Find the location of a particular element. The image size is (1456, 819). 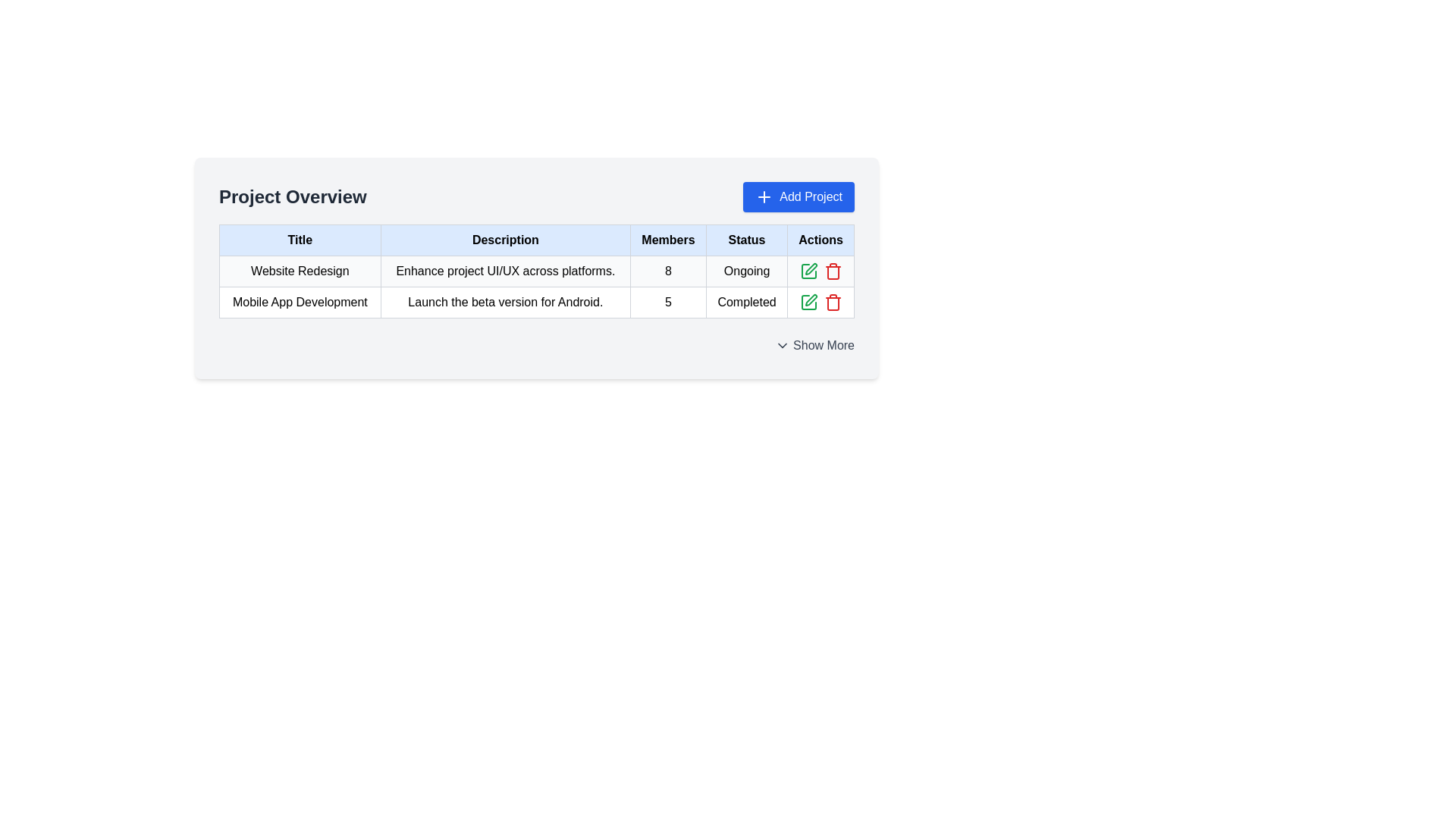

the edit button located in the 'Actions' column of the second row in the table to change its color for visual feedback is located at coordinates (808, 271).